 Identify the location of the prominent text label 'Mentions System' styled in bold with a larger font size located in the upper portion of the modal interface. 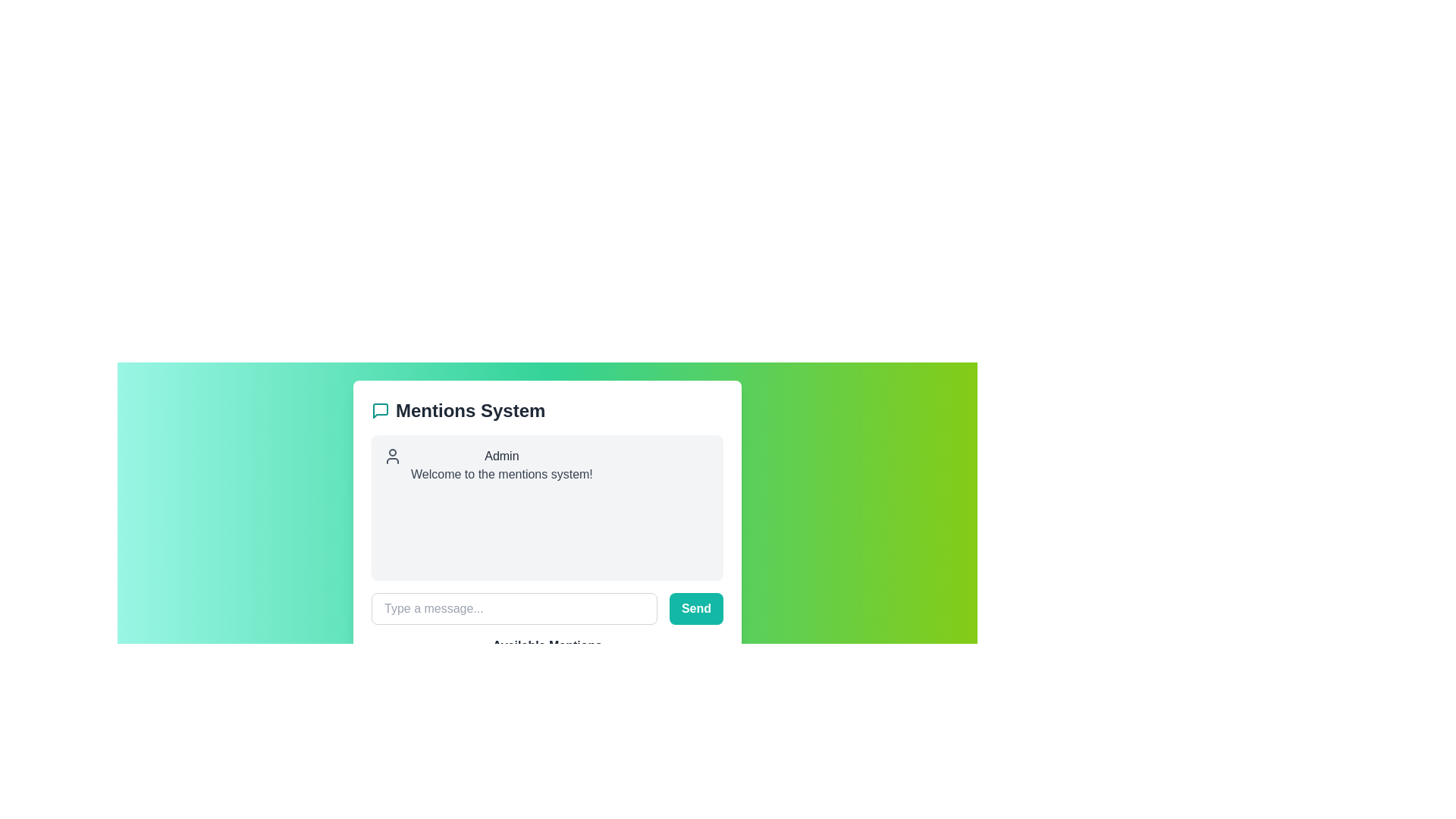
(469, 411).